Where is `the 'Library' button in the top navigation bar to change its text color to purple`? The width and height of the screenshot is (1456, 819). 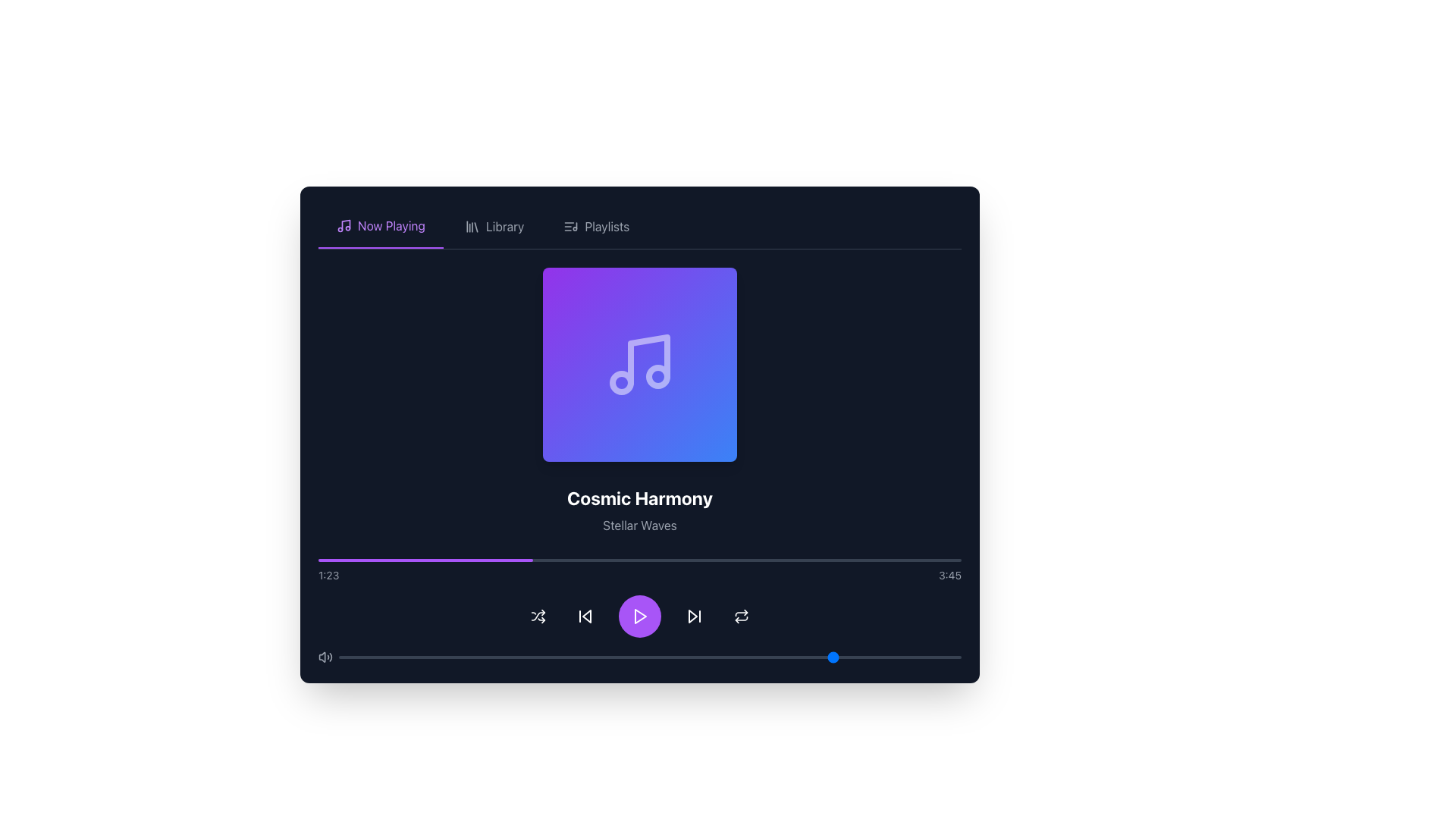
the 'Library' button in the top navigation bar to change its text color to purple is located at coordinates (494, 227).